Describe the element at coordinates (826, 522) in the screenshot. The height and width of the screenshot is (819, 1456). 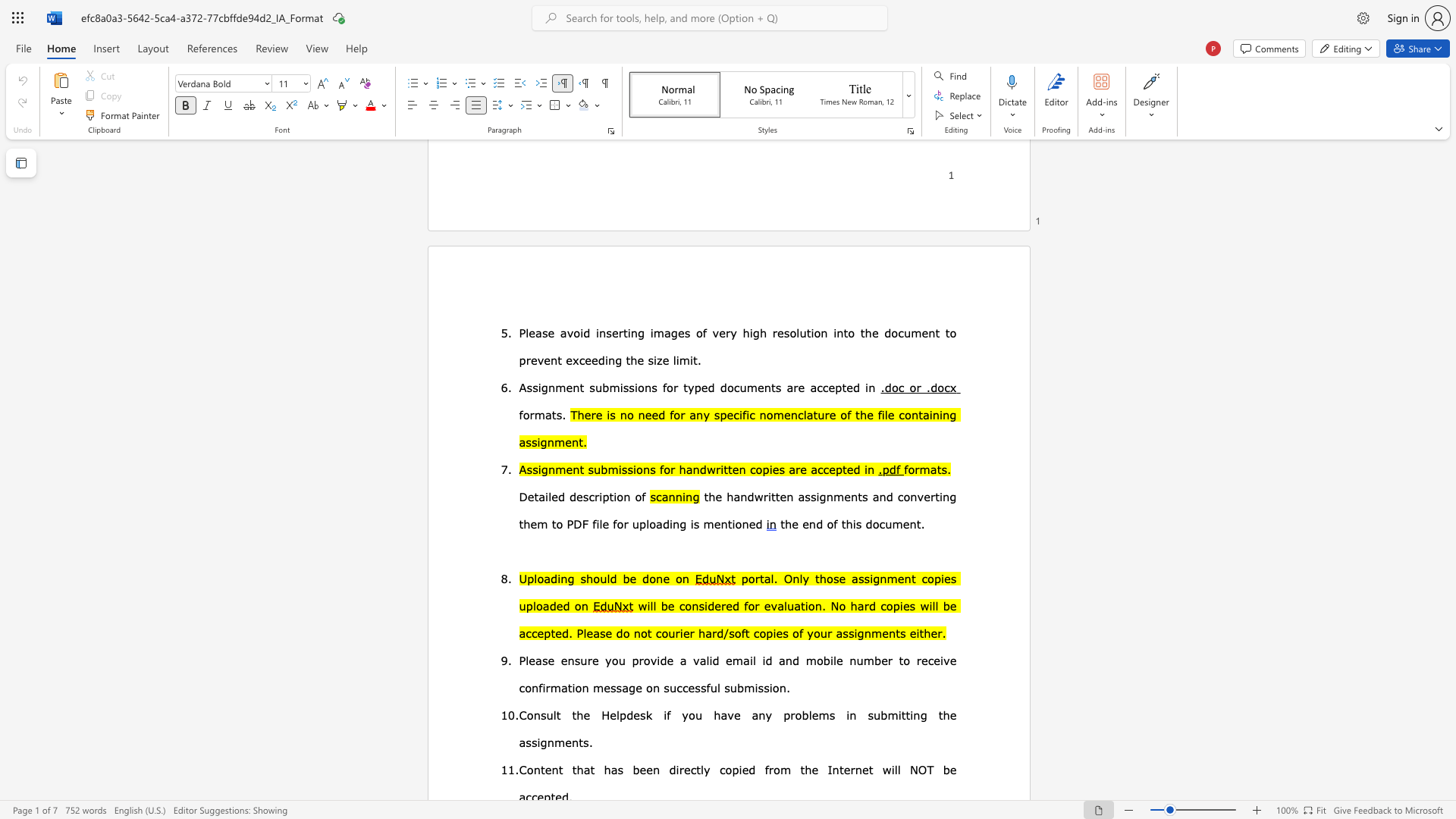
I see `the subset text "of this docume" within the text "the end of this document."` at that location.